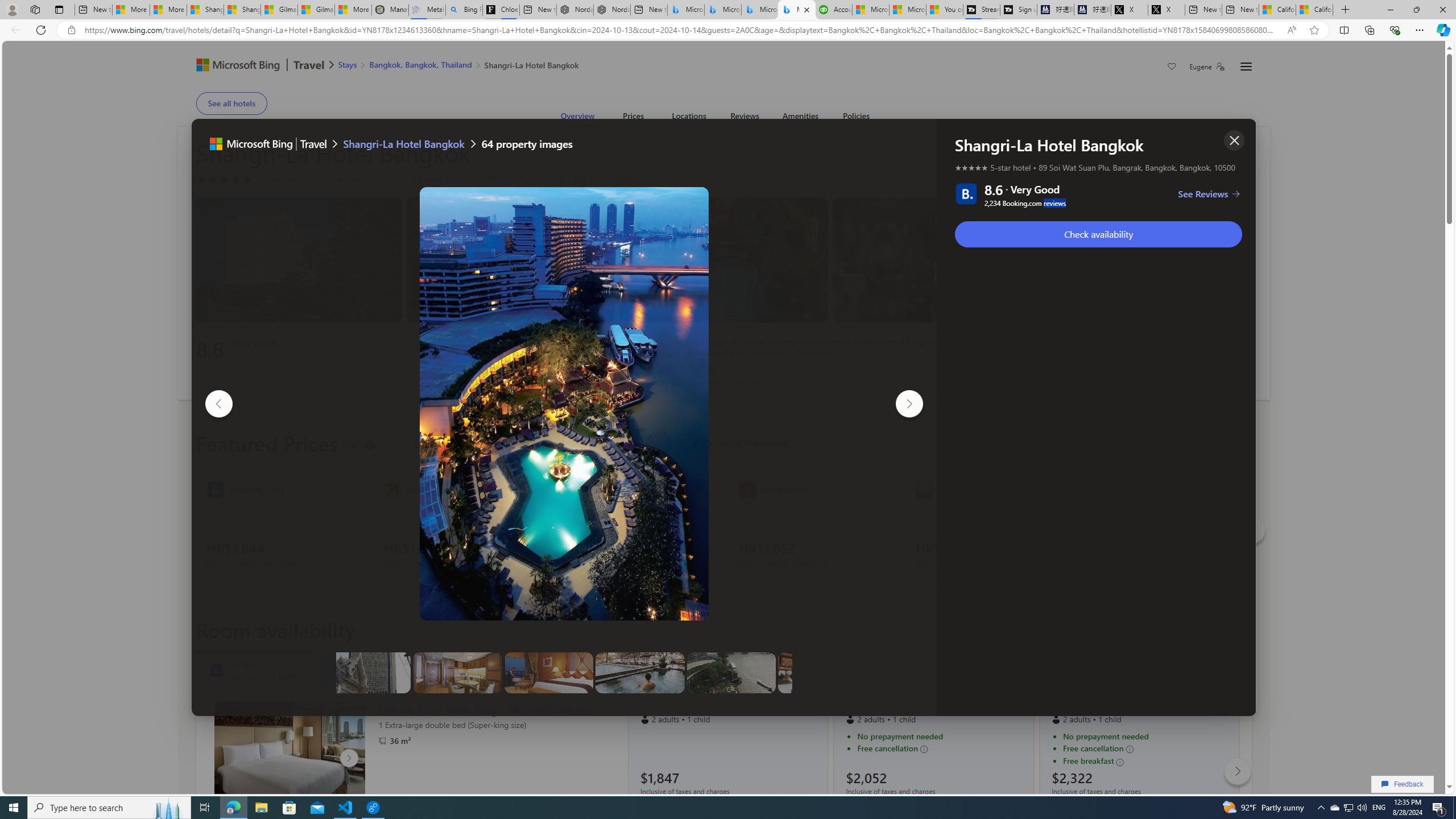 The height and width of the screenshot is (819, 1456). Describe the element at coordinates (500, 9) in the screenshot. I see `'Chloe Sorvino'` at that location.